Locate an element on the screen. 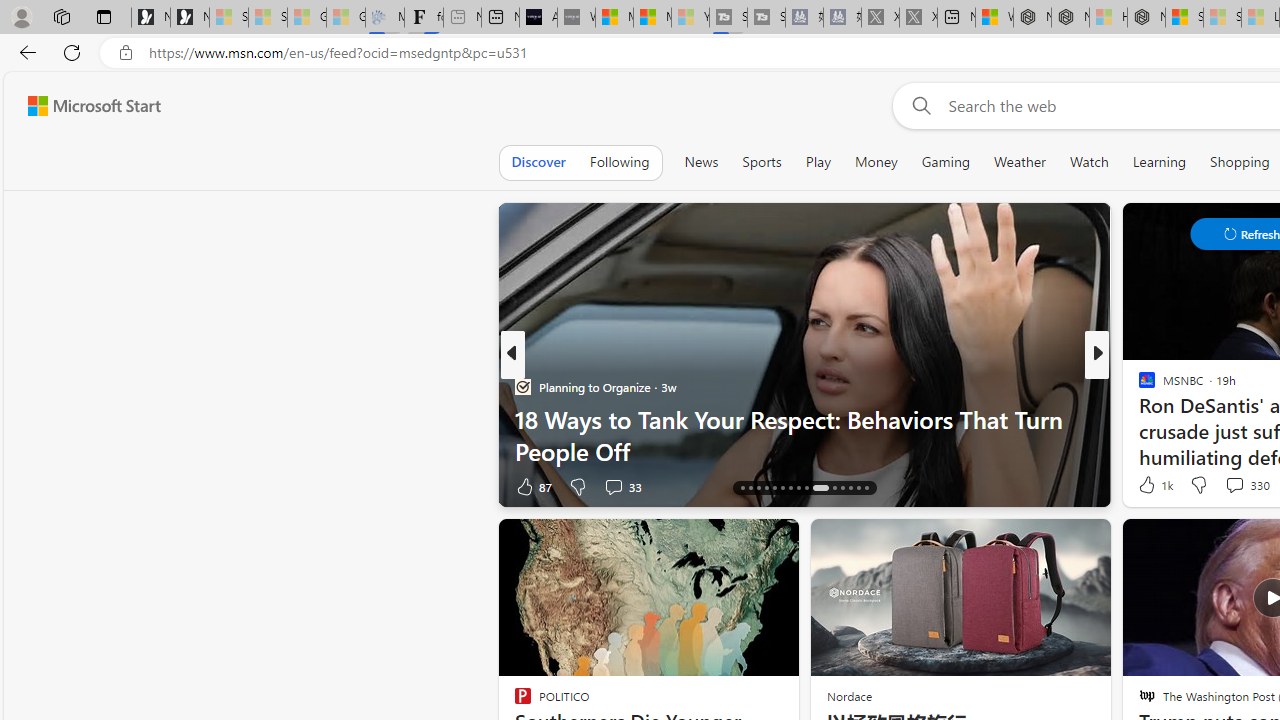  'Dislike' is located at coordinates (1198, 484).